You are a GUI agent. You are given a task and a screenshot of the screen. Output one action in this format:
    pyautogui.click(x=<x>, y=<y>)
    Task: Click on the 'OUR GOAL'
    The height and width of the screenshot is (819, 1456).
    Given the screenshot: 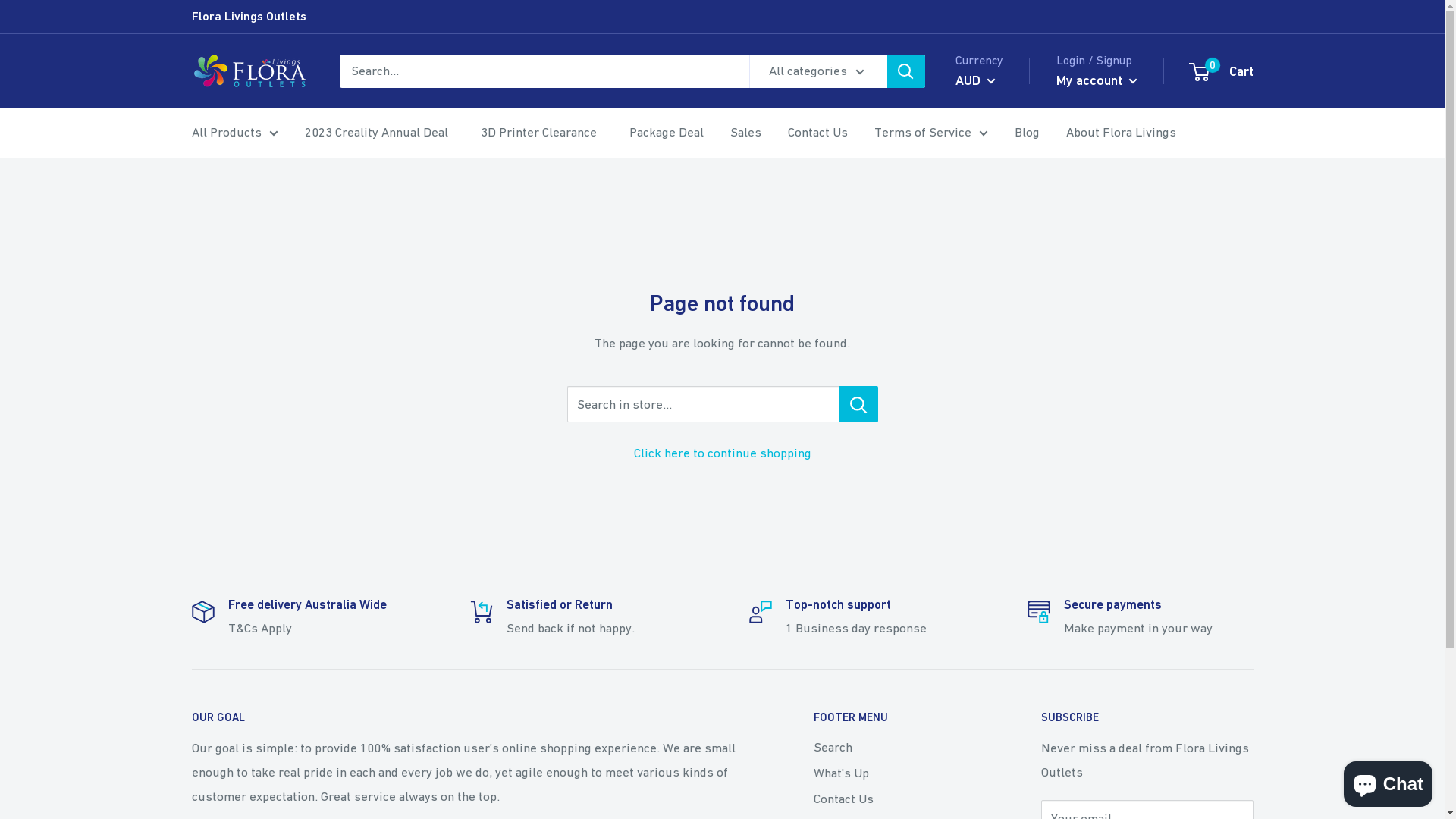 What is the action you would take?
    pyautogui.click(x=190, y=717)
    